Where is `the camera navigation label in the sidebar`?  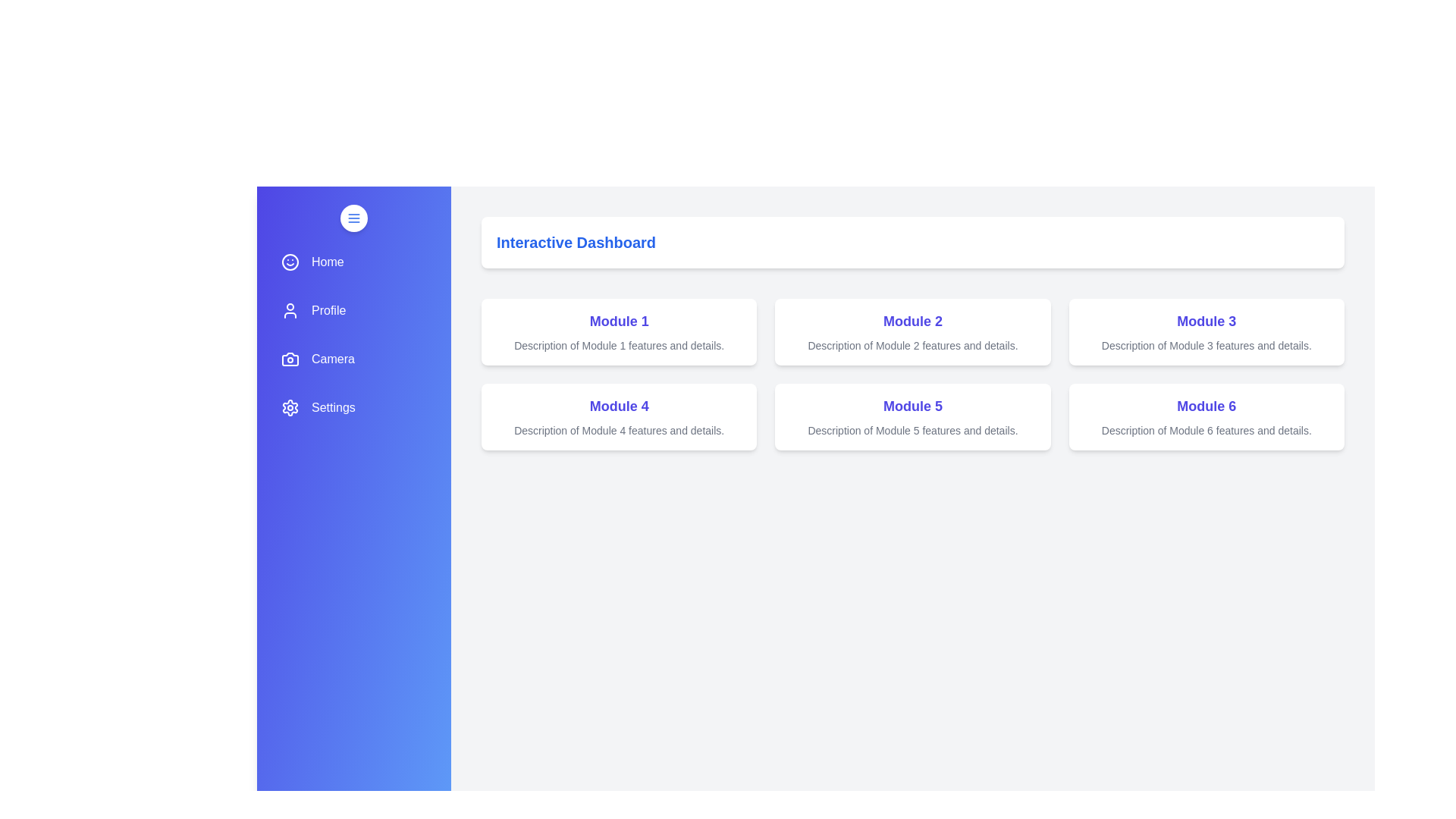 the camera navigation label in the sidebar is located at coordinates (332, 359).